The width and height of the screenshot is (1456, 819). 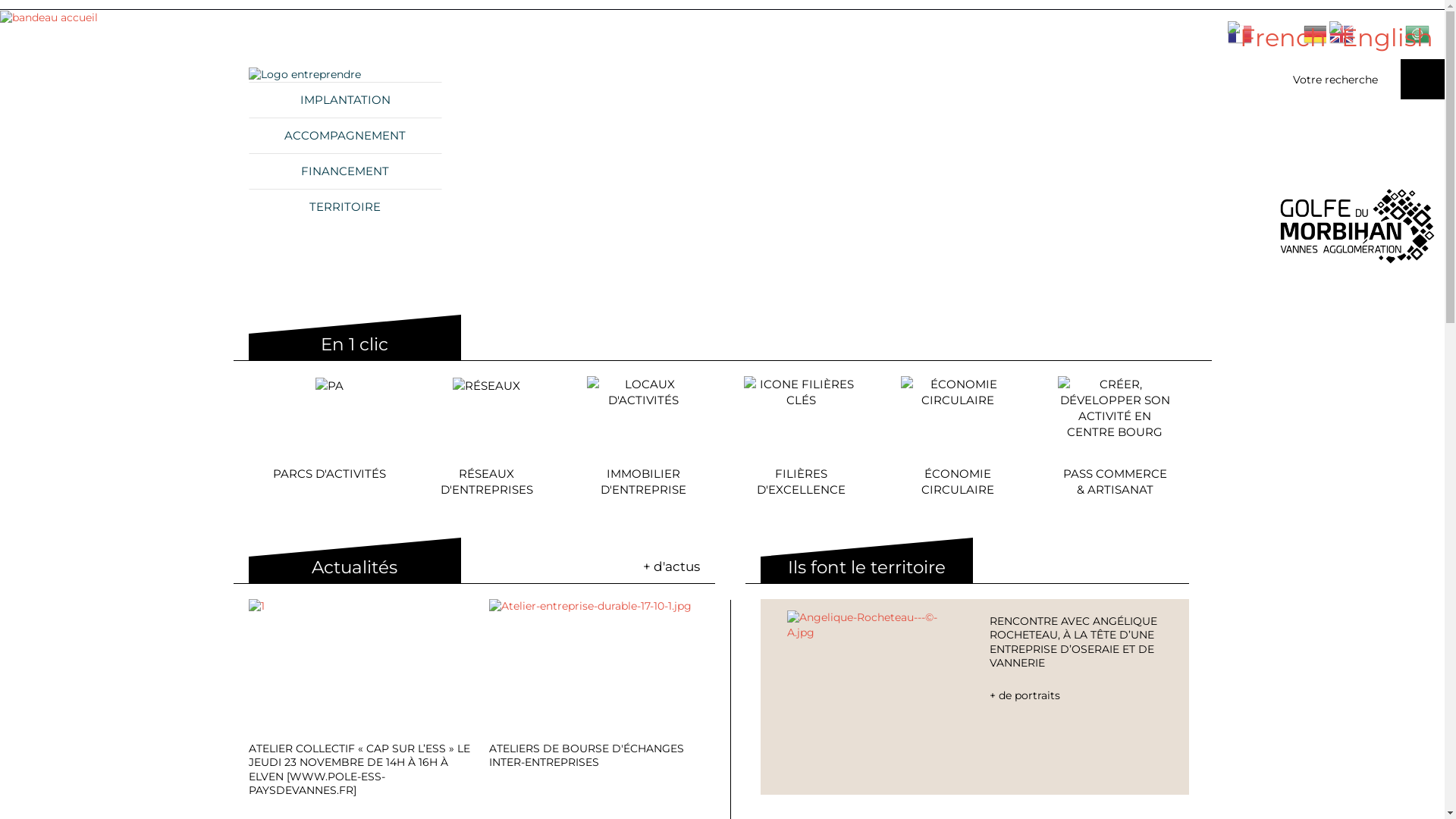 What do you see at coordinates (1075, 696) in the screenshot?
I see `'+ de portraits'` at bounding box center [1075, 696].